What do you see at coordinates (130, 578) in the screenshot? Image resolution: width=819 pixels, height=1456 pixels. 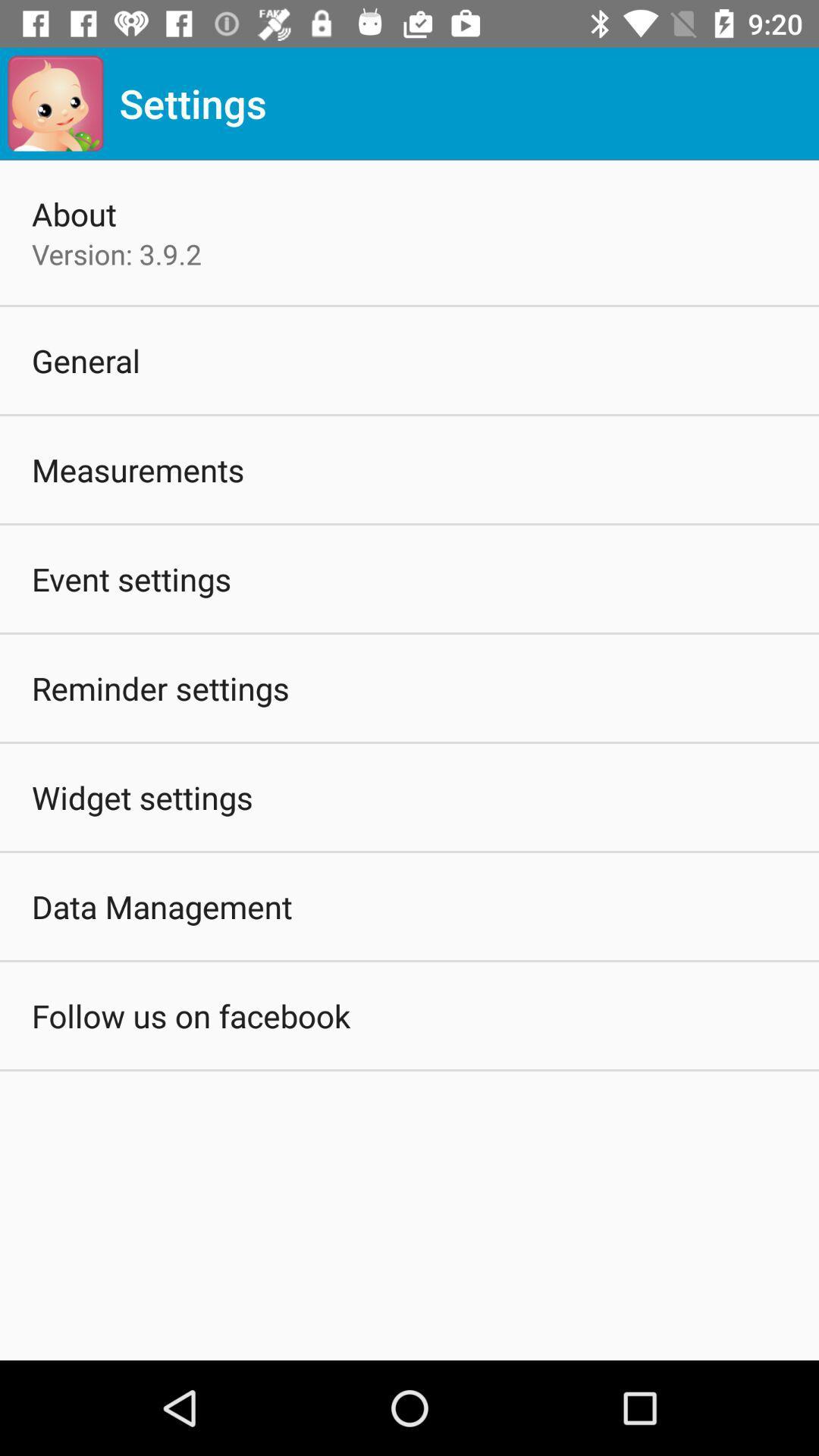 I see `item below measurements icon` at bounding box center [130, 578].